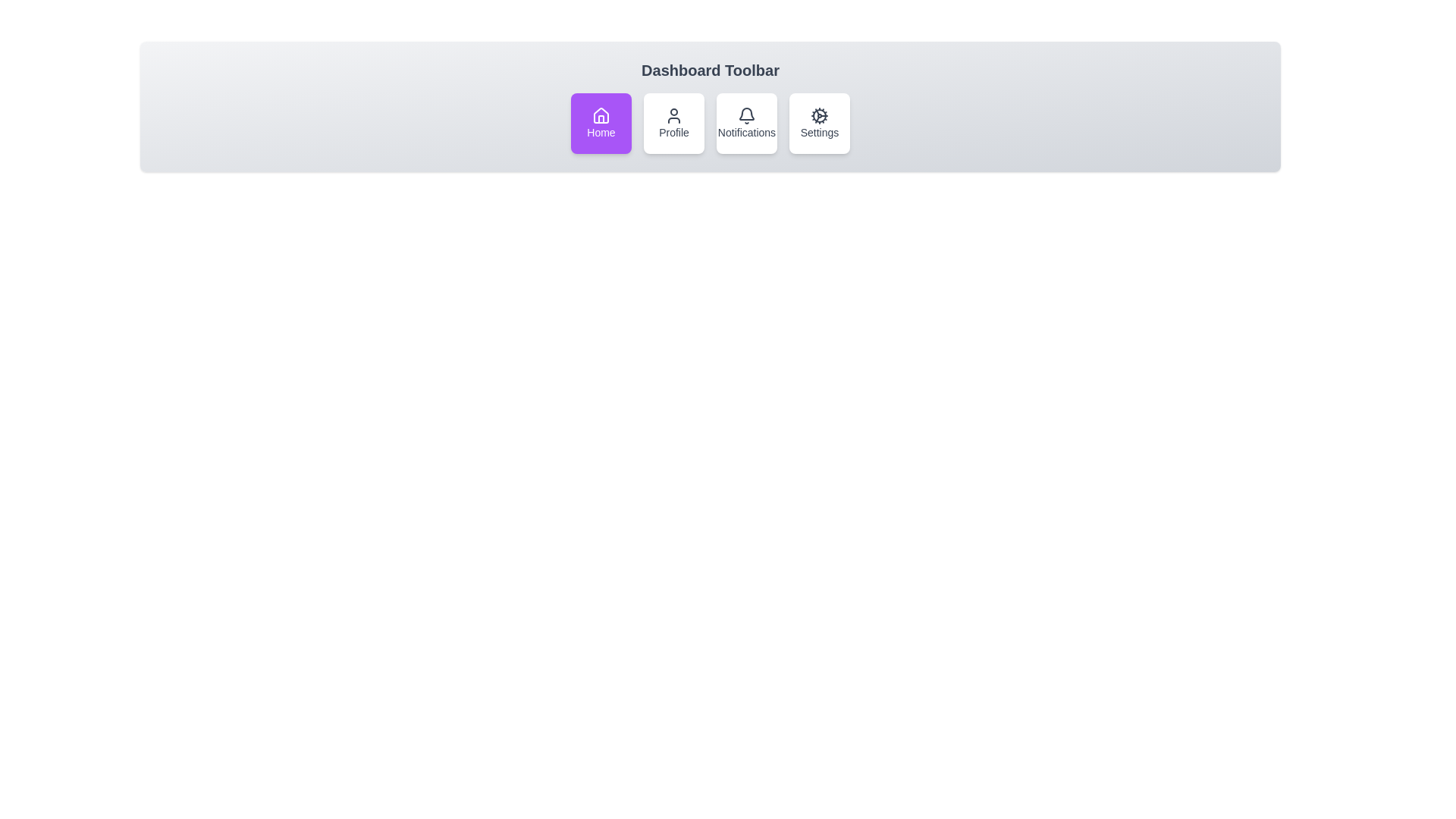 The width and height of the screenshot is (1456, 819). Describe the element at coordinates (746, 122) in the screenshot. I see `the toolbar item labeled Notifications` at that location.